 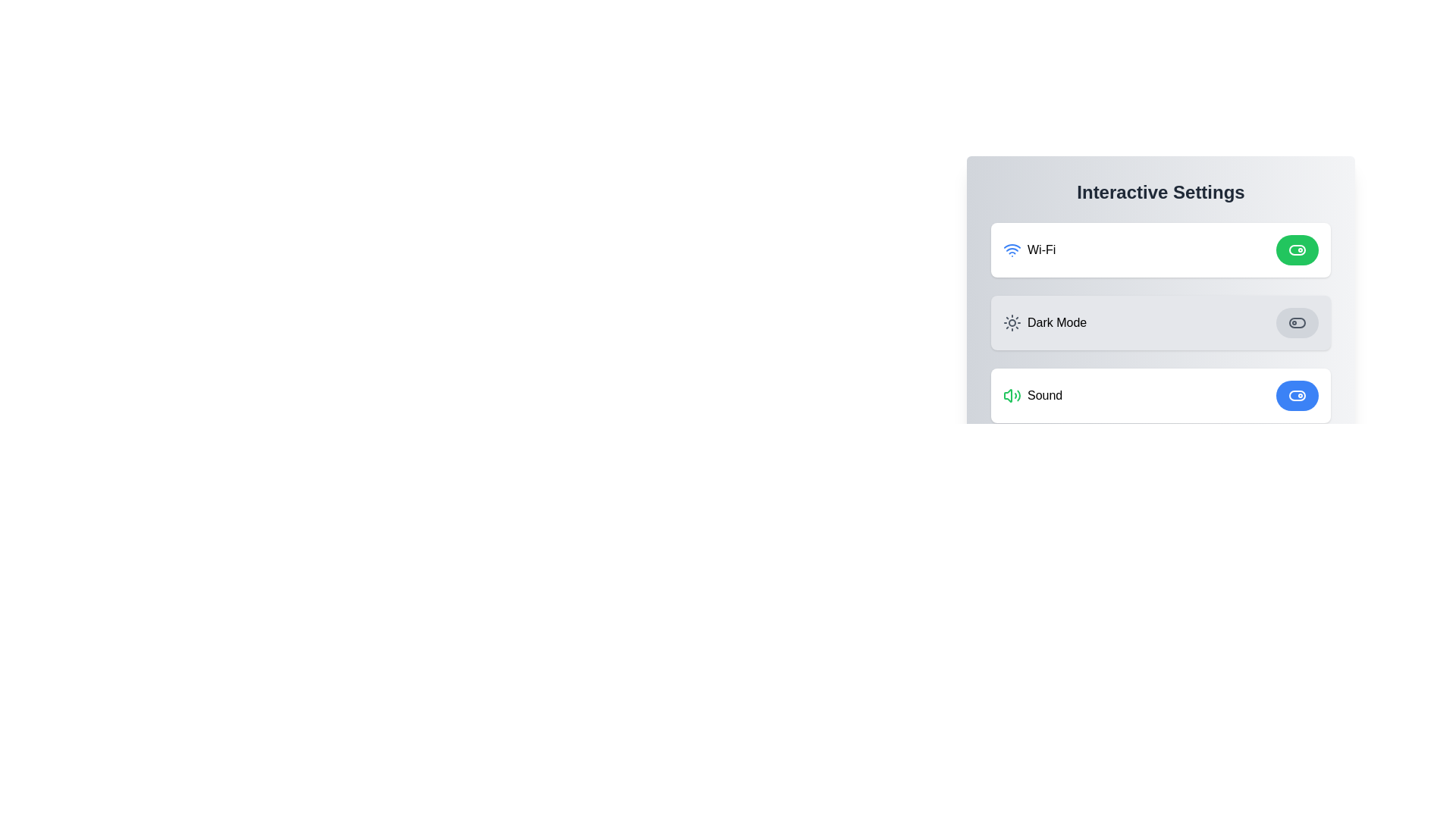 I want to click on the blue Wi-Fi icon labeled 'Wi-Fi' in the 'Interactive Settings' menu, which is the first item in the list of settings options, so click(x=1029, y=249).